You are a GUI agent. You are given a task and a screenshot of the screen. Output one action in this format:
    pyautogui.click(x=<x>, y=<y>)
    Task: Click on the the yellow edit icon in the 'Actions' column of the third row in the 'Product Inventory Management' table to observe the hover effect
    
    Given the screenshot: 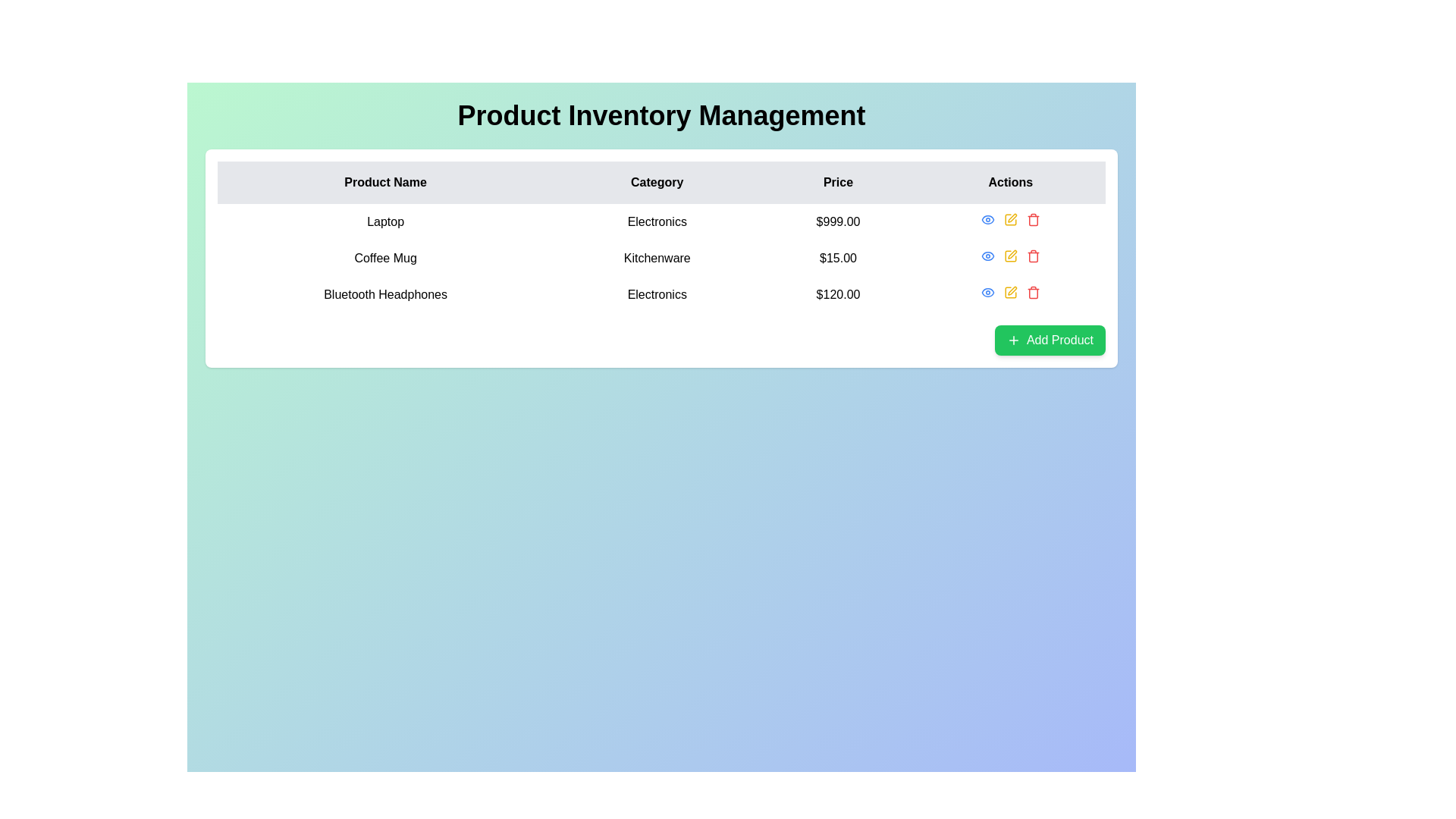 What is the action you would take?
    pyautogui.click(x=1010, y=292)
    